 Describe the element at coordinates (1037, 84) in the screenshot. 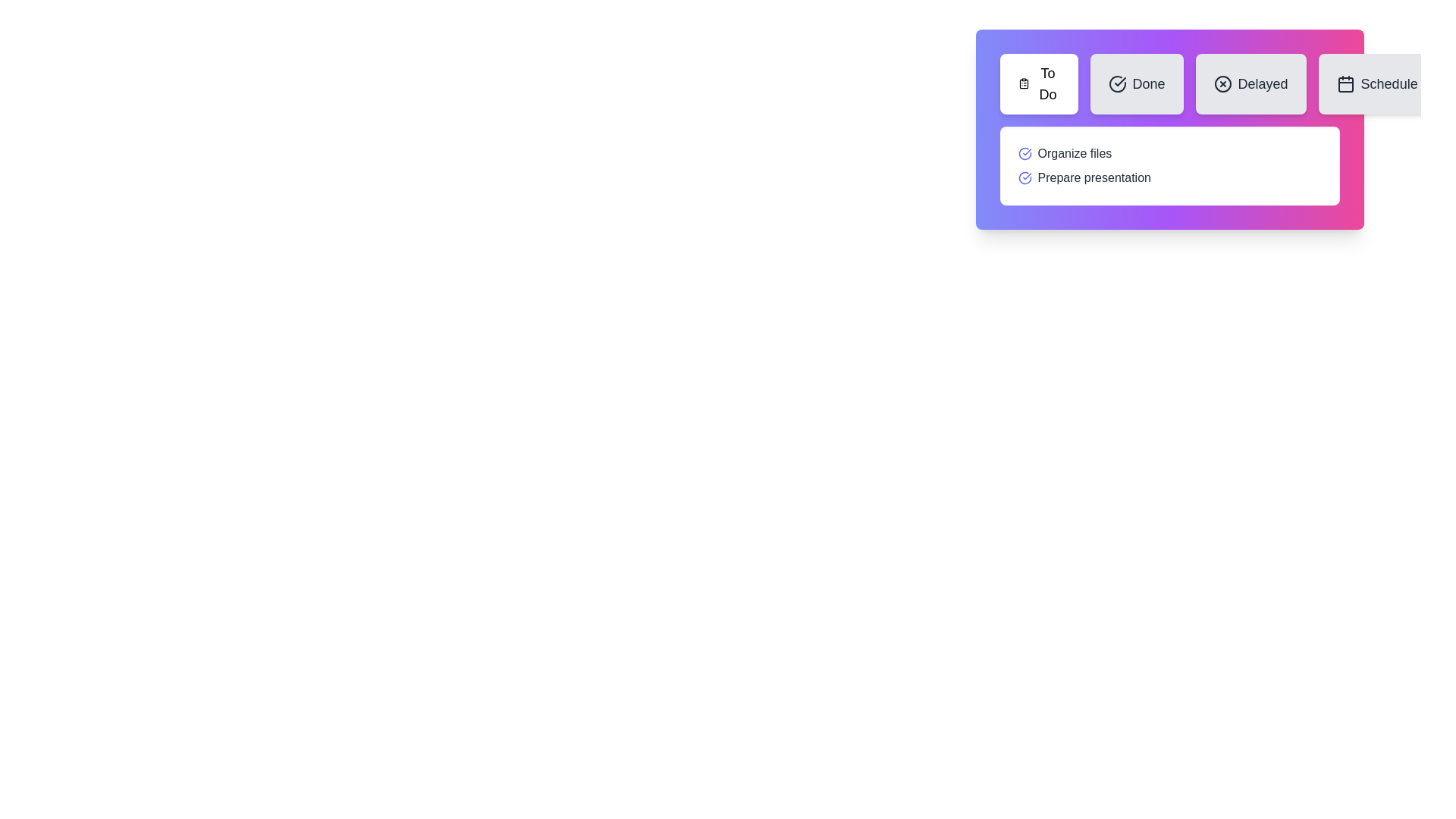

I see `the To Do tab by clicking its respective button` at that location.